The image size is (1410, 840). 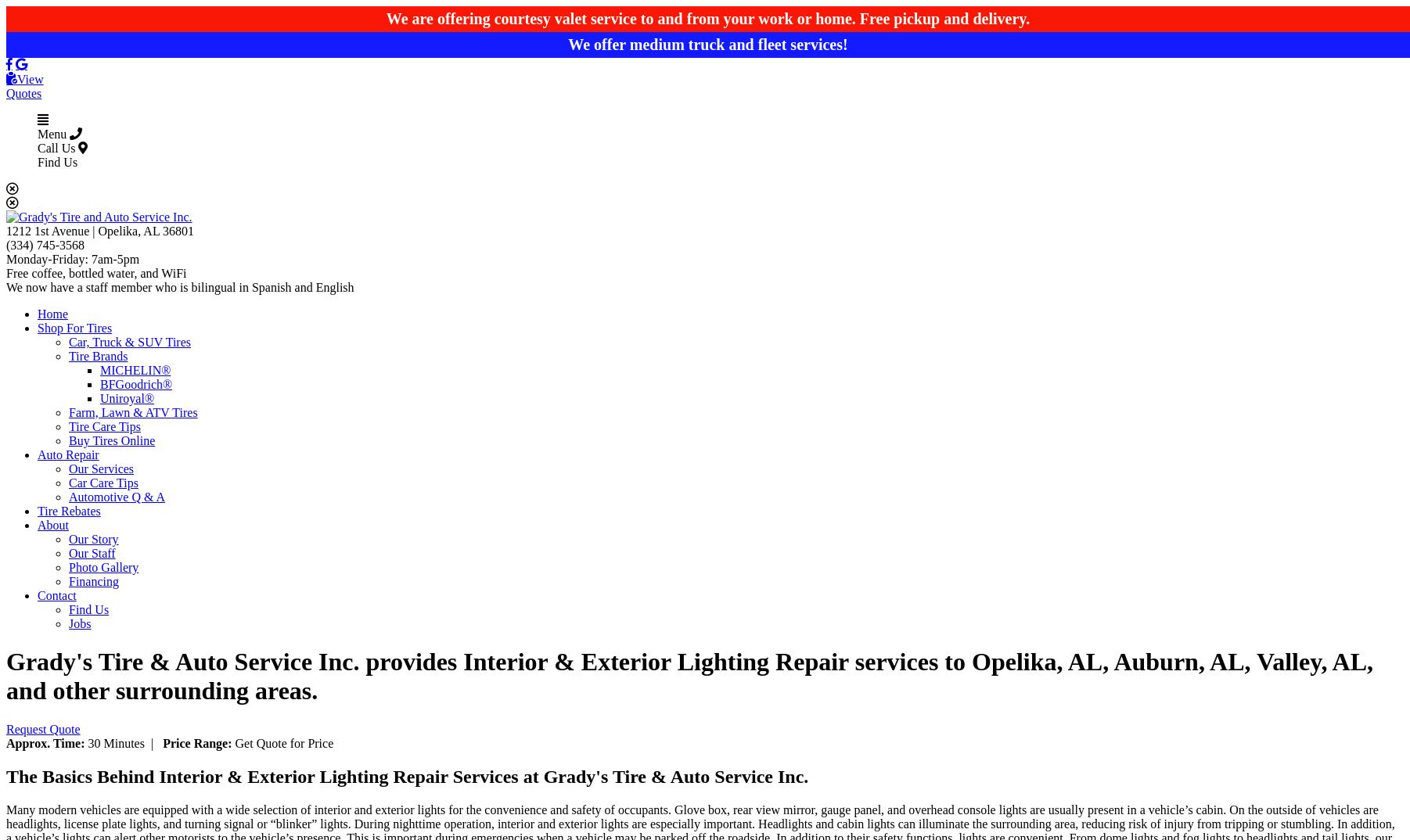 I want to click on '1212 1st Avenue | Opelika, AL 36801', so click(x=99, y=231).